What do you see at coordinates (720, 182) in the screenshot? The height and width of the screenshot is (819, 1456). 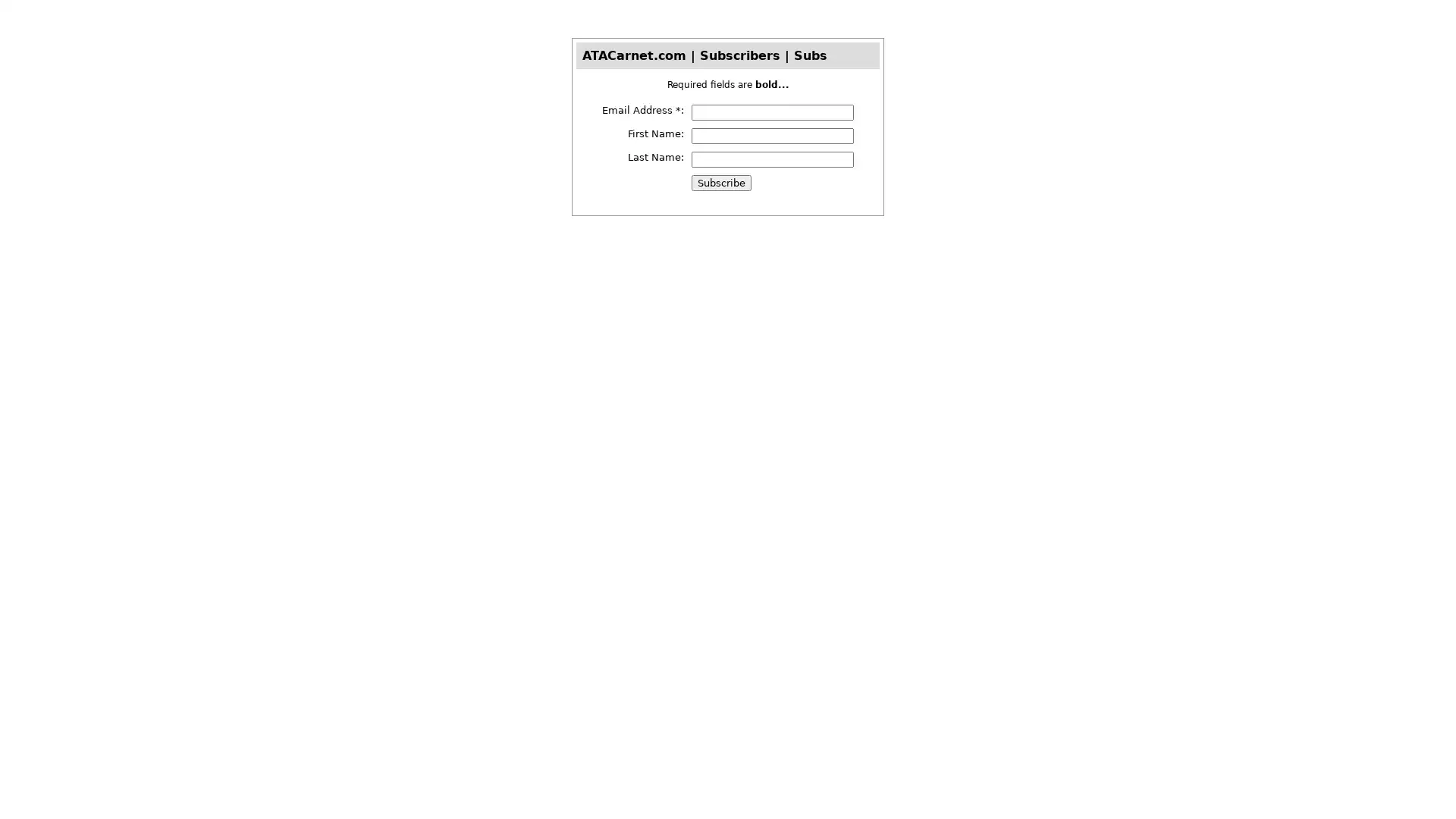 I see `Subscribe` at bounding box center [720, 182].